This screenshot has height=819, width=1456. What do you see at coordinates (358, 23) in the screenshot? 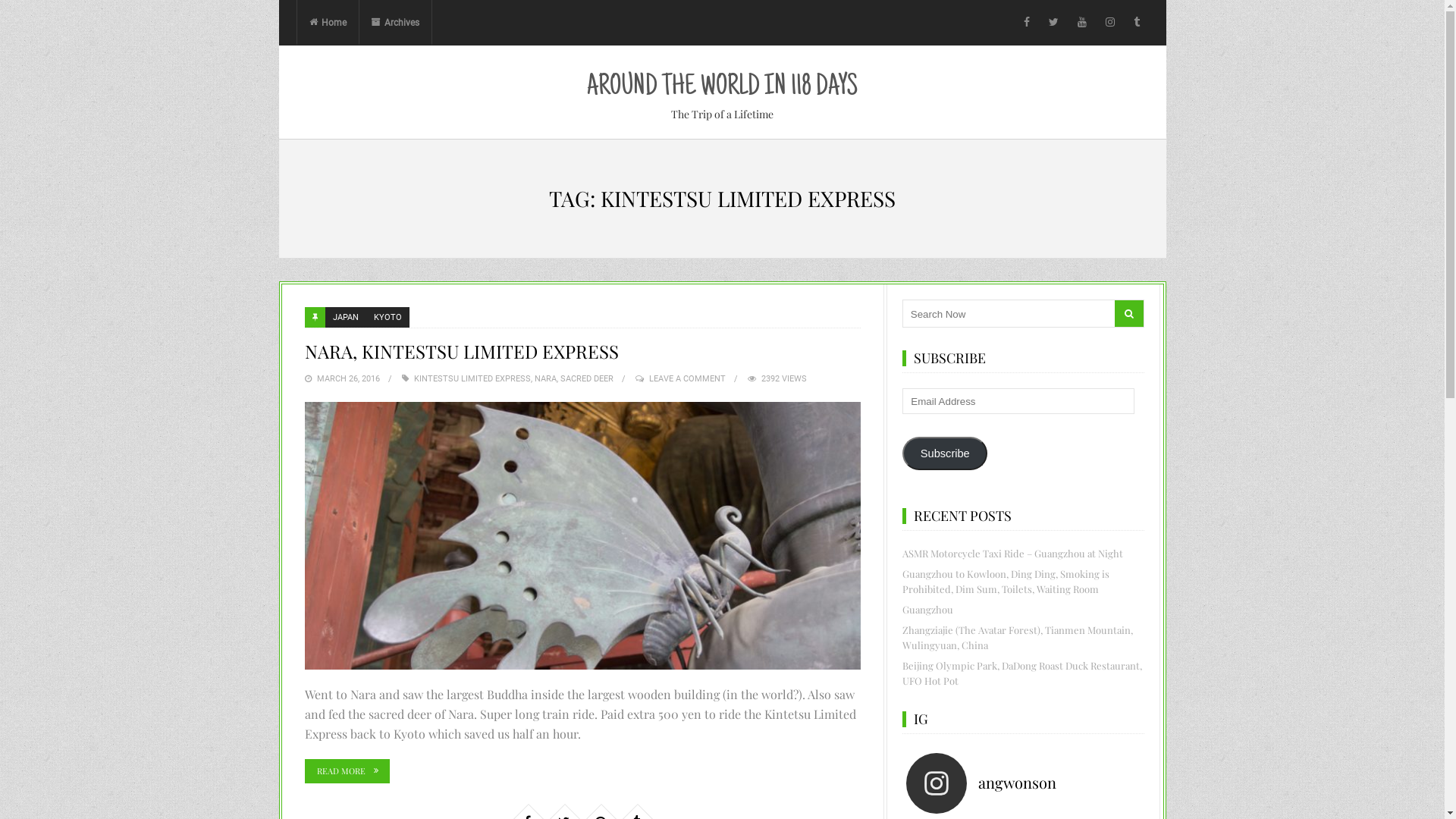
I see `'Archives'` at bounding box center [358, 23].